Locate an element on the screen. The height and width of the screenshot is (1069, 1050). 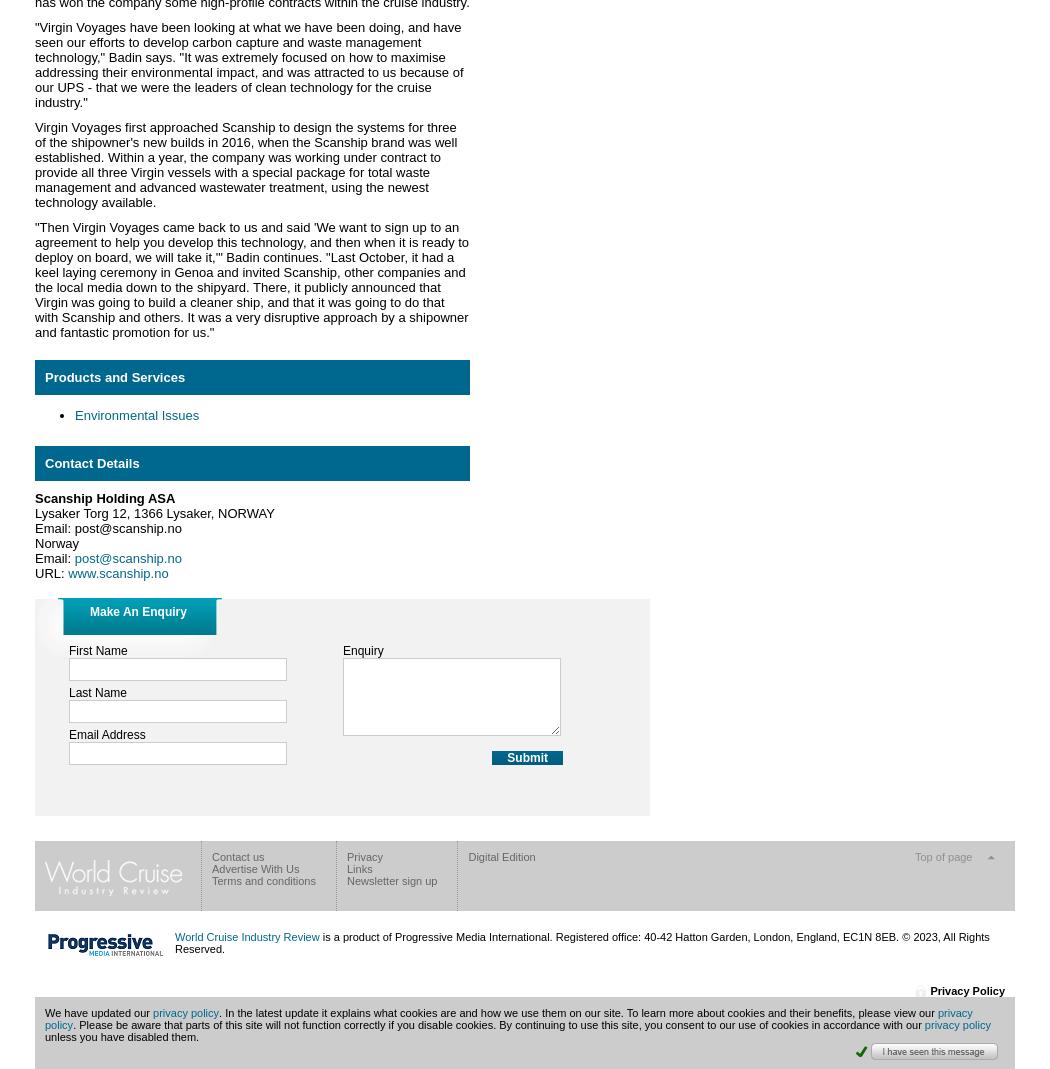
'Contact Details' is located at coordinates (44, 462).